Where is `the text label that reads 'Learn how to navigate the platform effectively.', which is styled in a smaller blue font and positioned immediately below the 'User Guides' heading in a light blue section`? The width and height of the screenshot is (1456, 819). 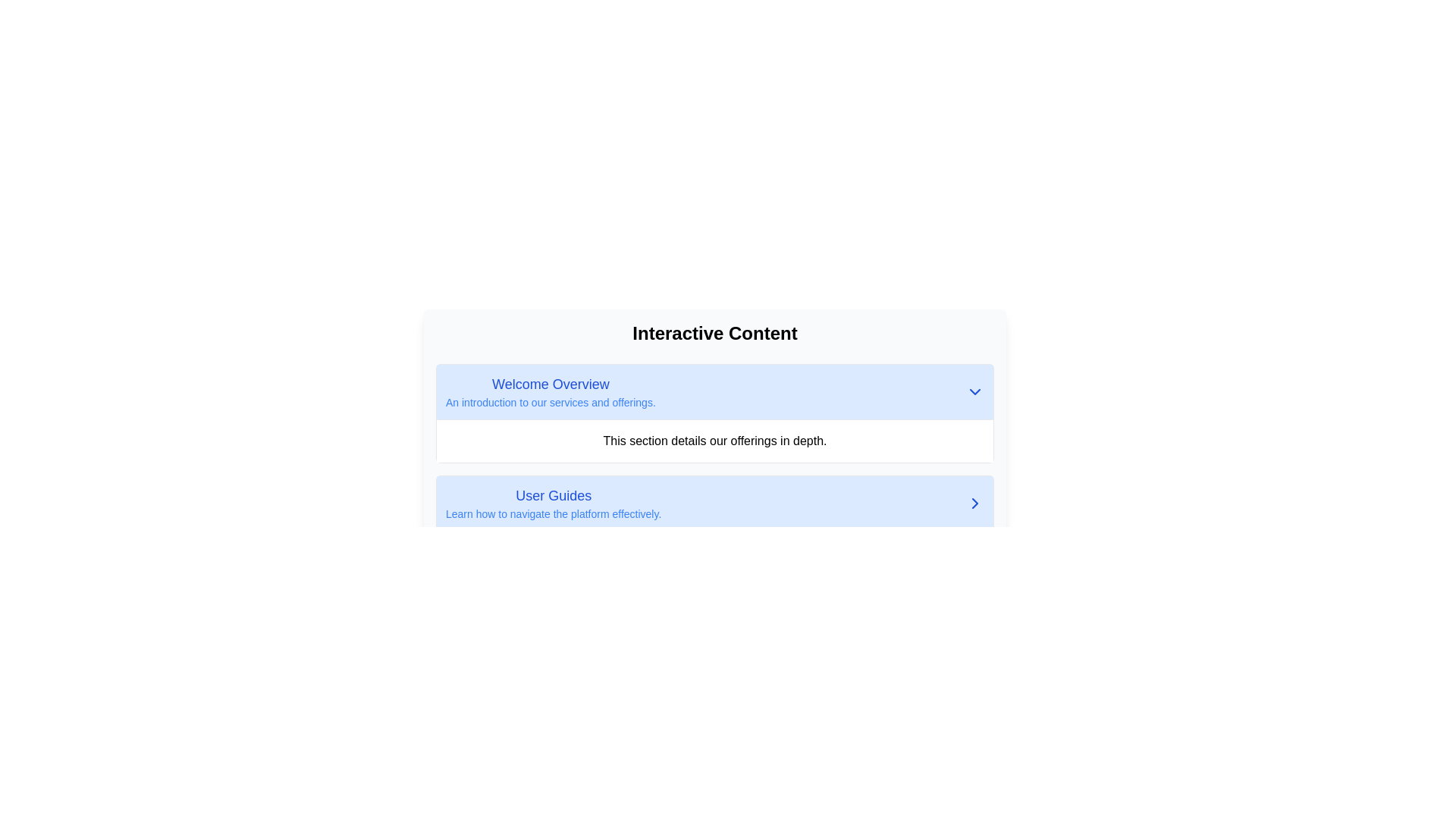
the text label that reads 'Learn how to navigate the platform effectively.', which is styled in a smaller blue font and positioned immediately below the 'User Guides' heading in a light blue section is located at coordinates (553, 513).